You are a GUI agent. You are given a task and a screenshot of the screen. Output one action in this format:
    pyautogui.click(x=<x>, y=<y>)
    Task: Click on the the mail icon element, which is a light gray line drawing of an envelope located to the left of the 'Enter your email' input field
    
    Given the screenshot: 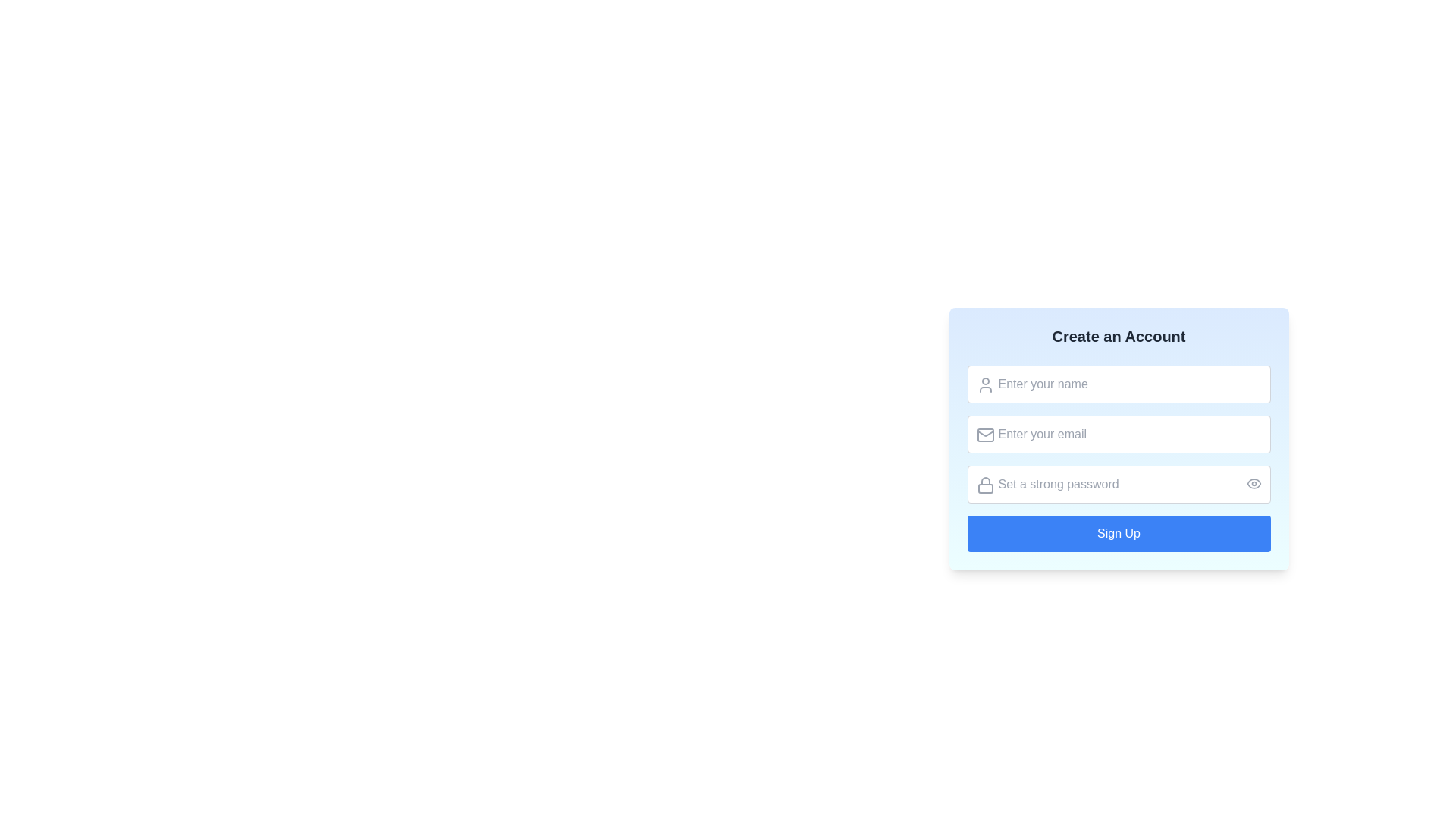 What is the action you would take?
    pyautogui.click(x=985, y=435)
    